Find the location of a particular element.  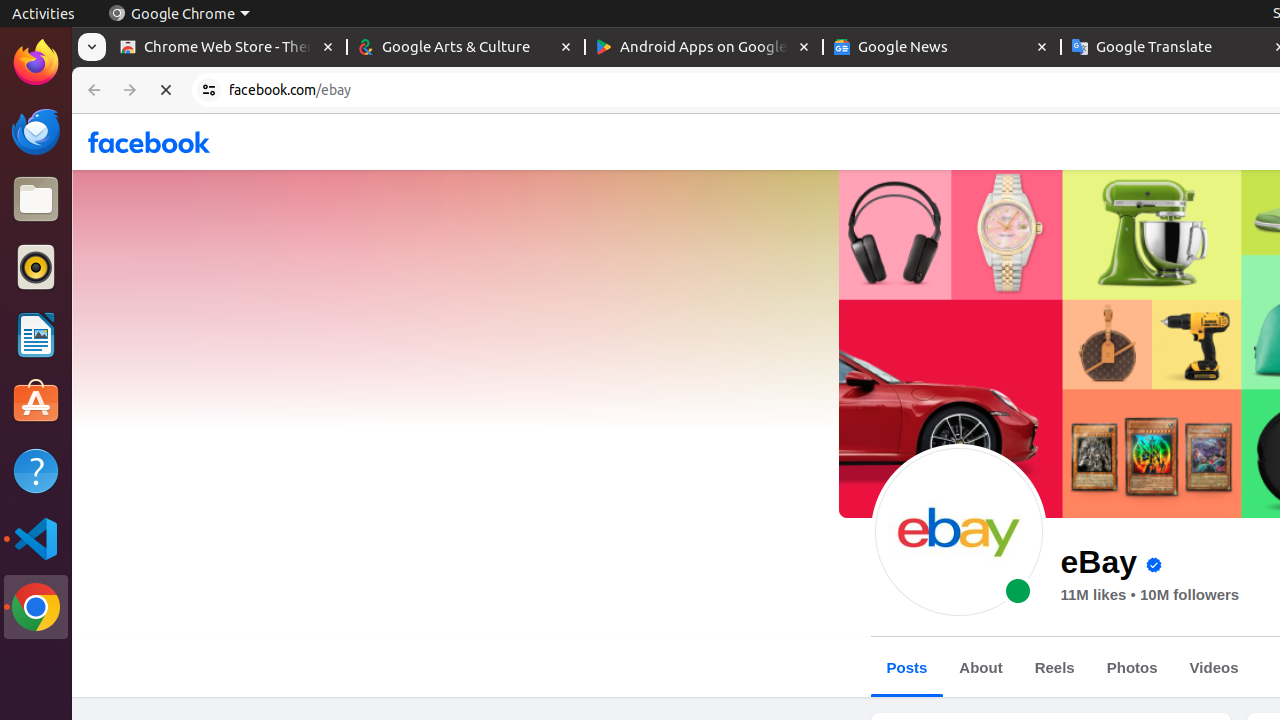

'Rhythmbox' is located at coordinates (35, 265).